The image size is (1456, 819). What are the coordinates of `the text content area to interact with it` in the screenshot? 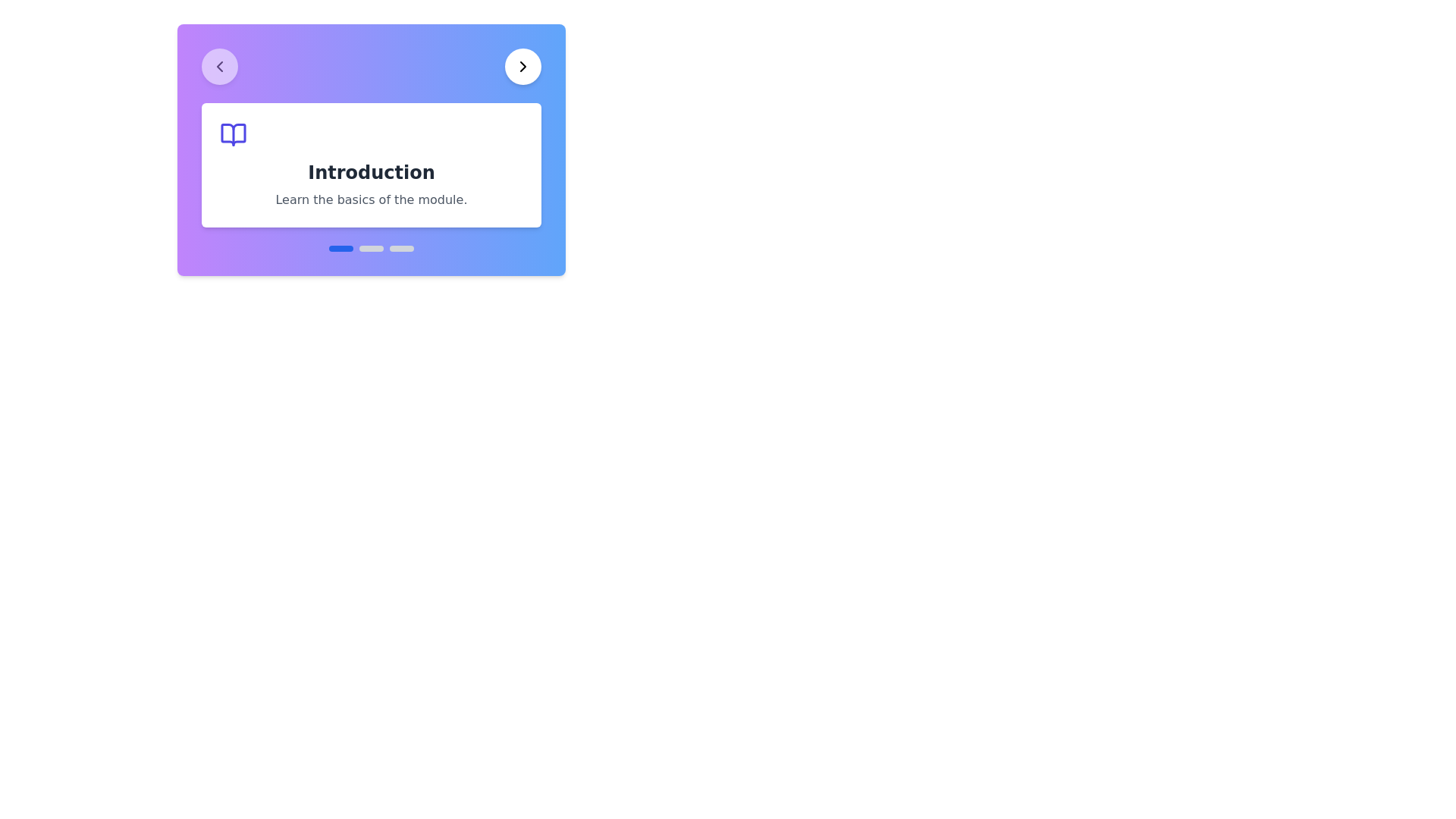 It's located at (371, 165).